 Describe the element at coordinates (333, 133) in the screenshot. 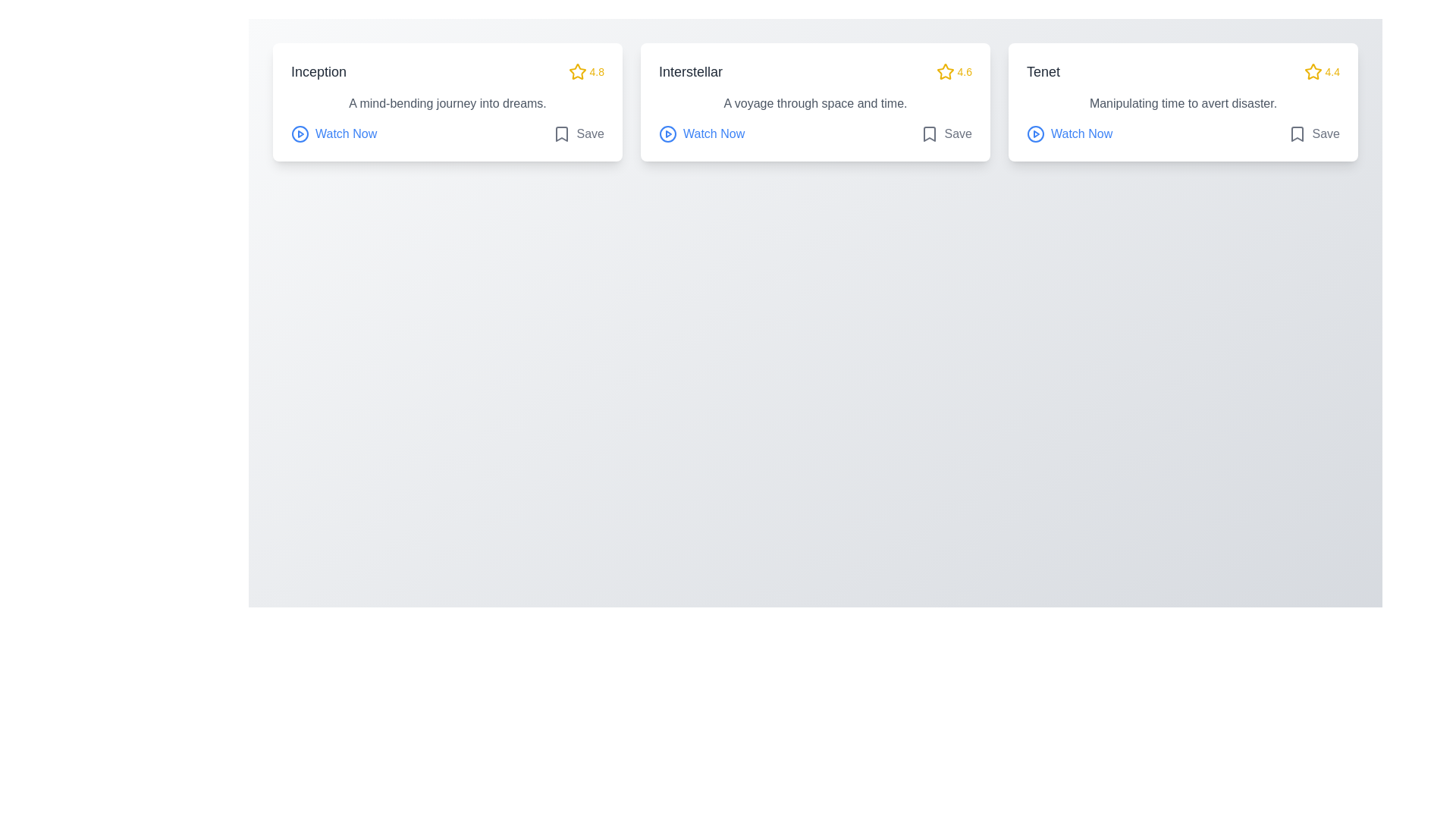

I see `the 'Watch Now' button link, which is styled in blue and is accompanied by a play icon, to initiate media playback` at that location.